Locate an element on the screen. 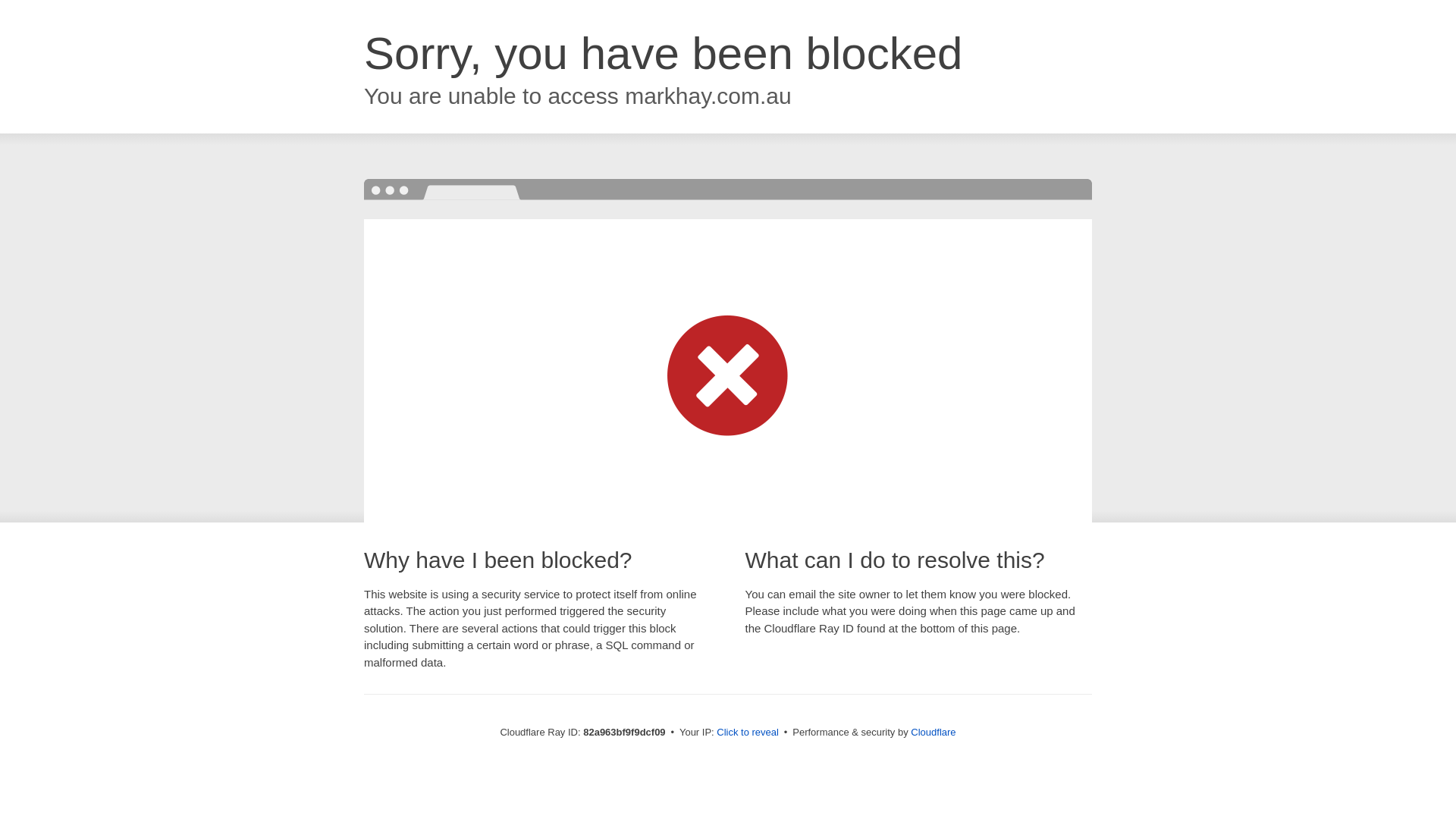  'Click to reveal' is located at coordinates (747, 731).